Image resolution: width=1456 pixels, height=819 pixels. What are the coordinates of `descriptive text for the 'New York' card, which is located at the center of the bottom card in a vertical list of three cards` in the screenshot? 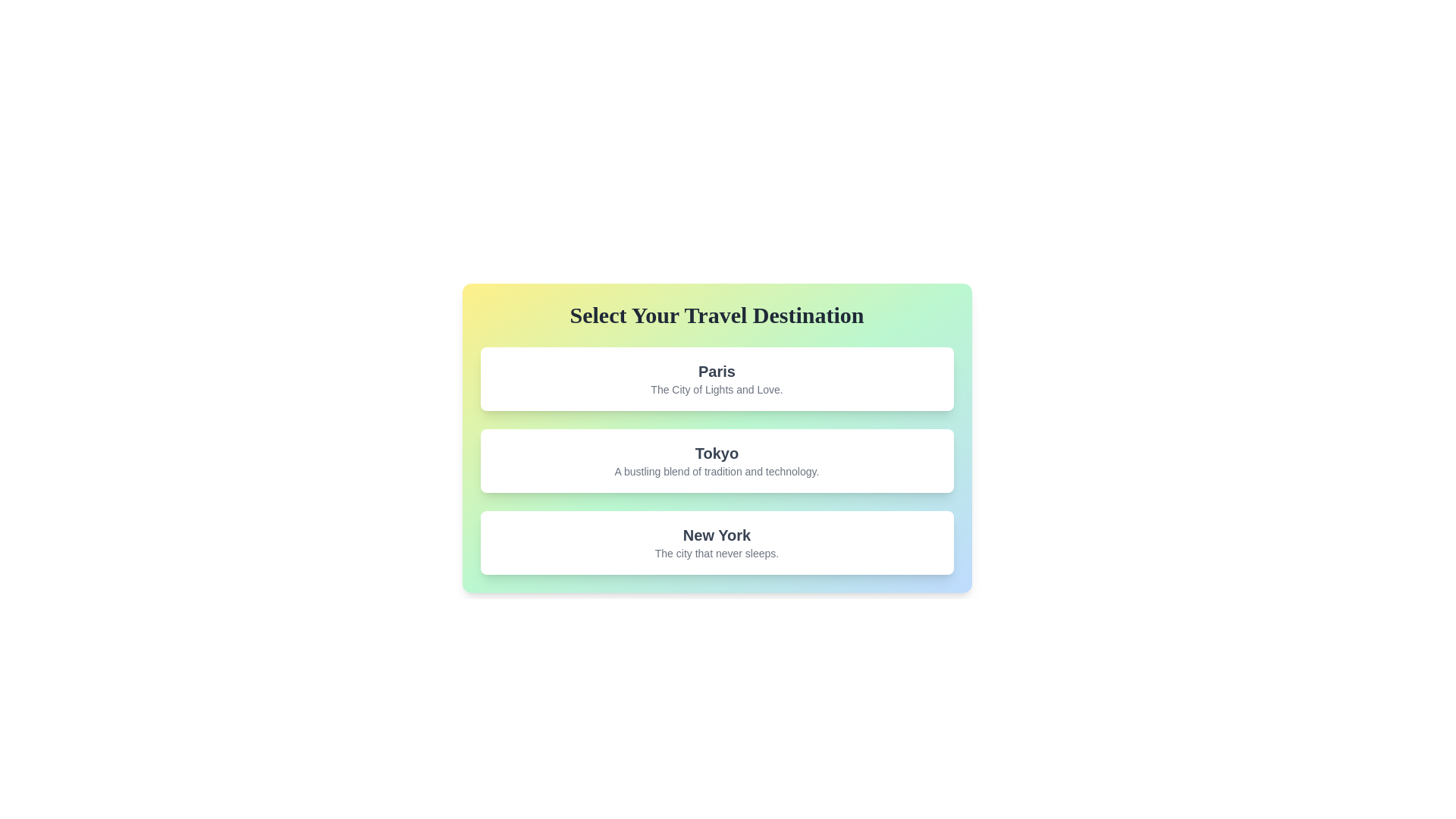 It's located at (716, 542).